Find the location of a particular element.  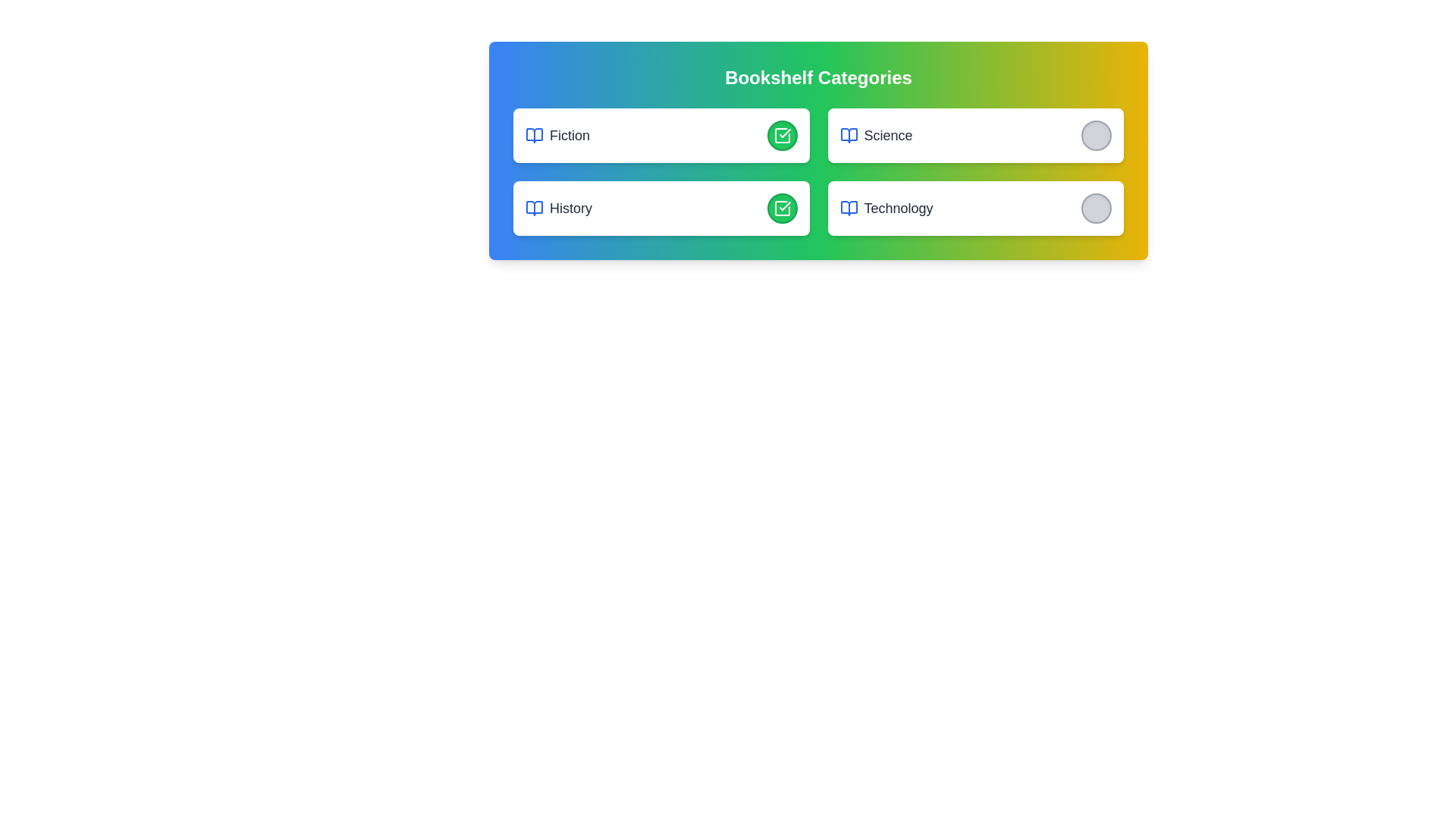

the category name Technology from the list is located at coordinates (876, 208).